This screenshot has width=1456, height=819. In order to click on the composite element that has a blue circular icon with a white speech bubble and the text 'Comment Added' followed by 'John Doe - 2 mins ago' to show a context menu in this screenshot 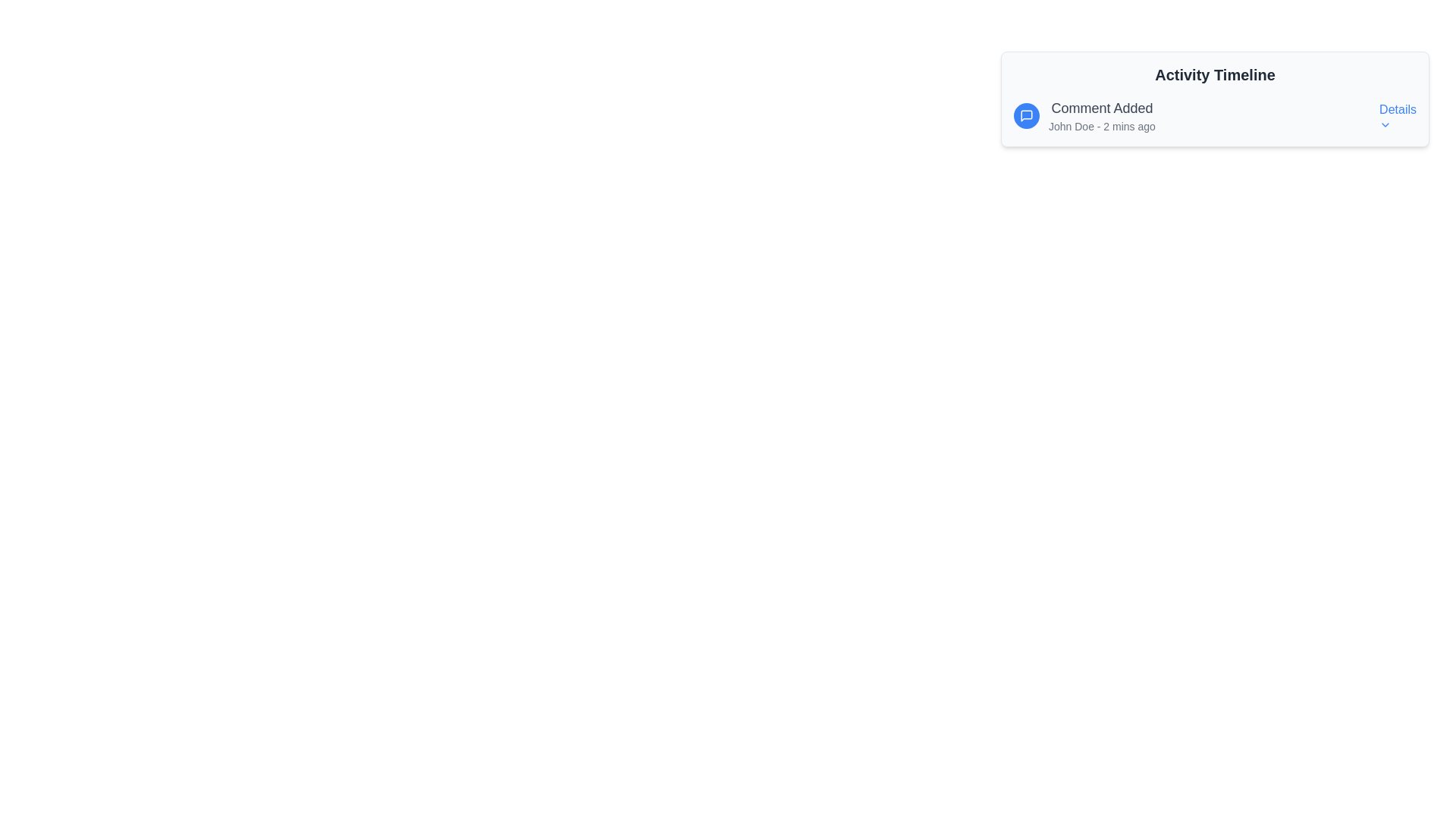, I will do `click(1084, 115)`.